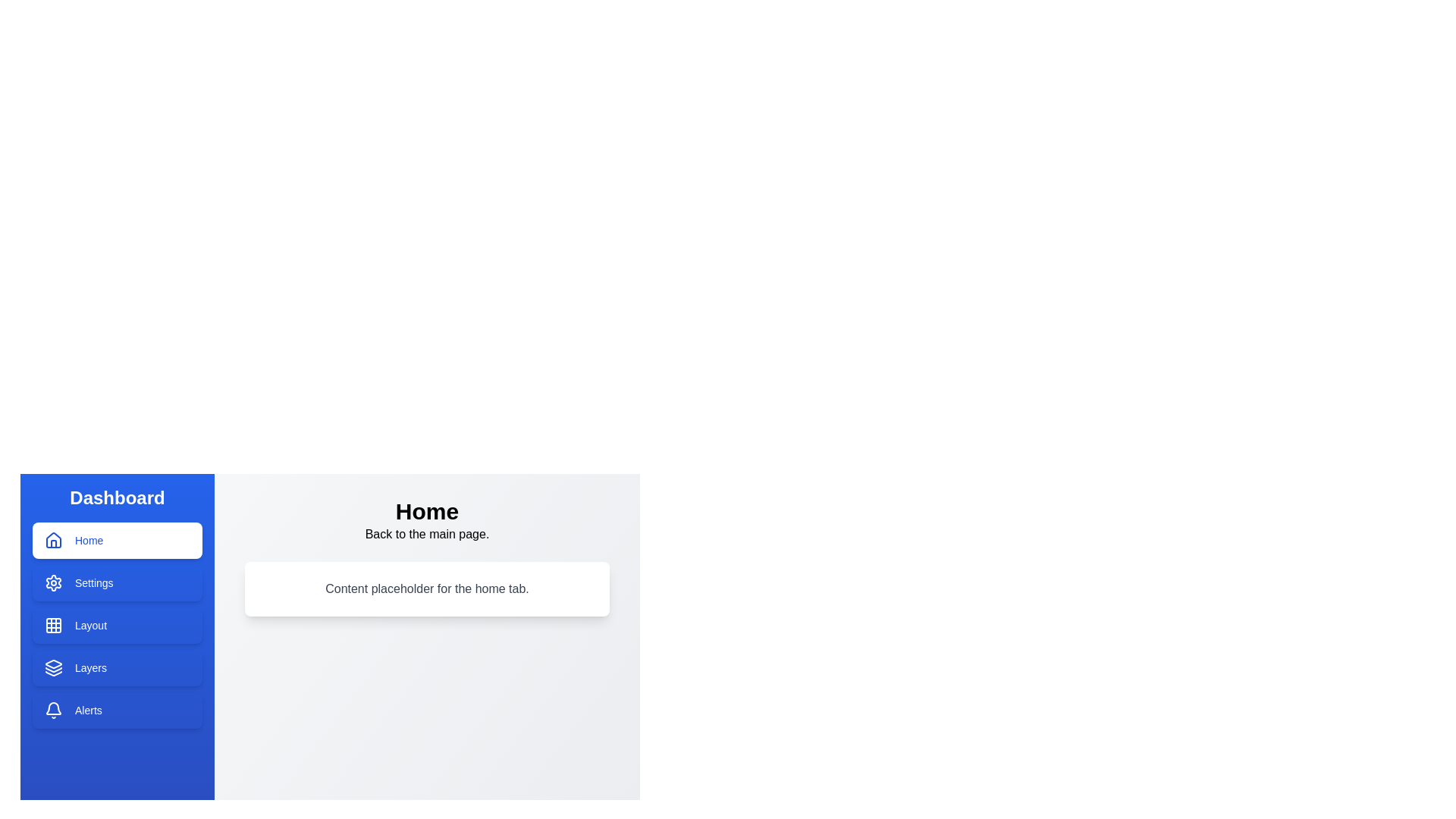 The height and width of the screenshot is (819, 1456). Describe the element at coordinates (116, 711) in the screenshot. I see `the Alerts tab to switch the displayed content` at that location.